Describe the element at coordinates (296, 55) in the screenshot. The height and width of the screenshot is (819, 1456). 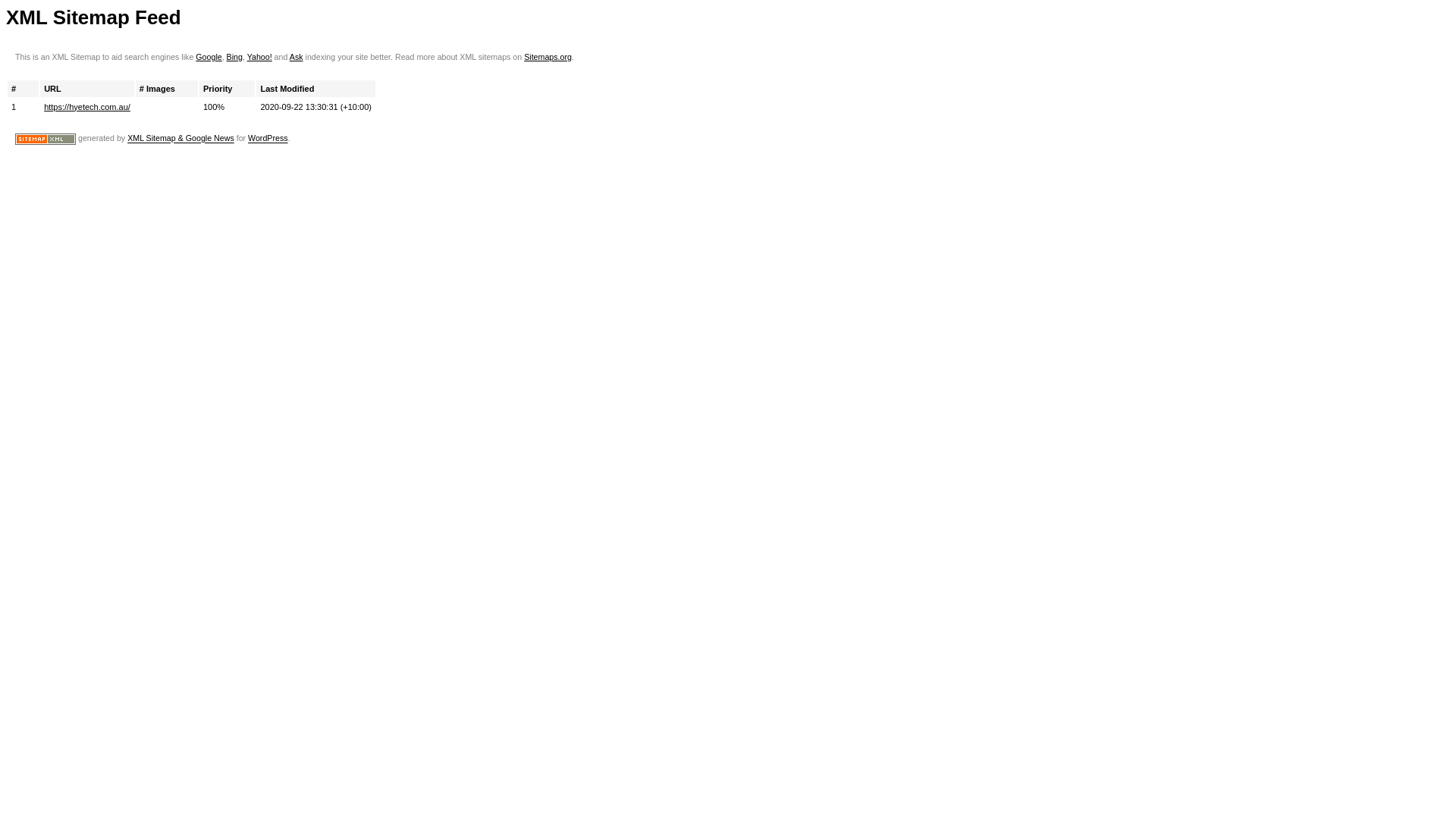
I see `'Ask'` at that location.